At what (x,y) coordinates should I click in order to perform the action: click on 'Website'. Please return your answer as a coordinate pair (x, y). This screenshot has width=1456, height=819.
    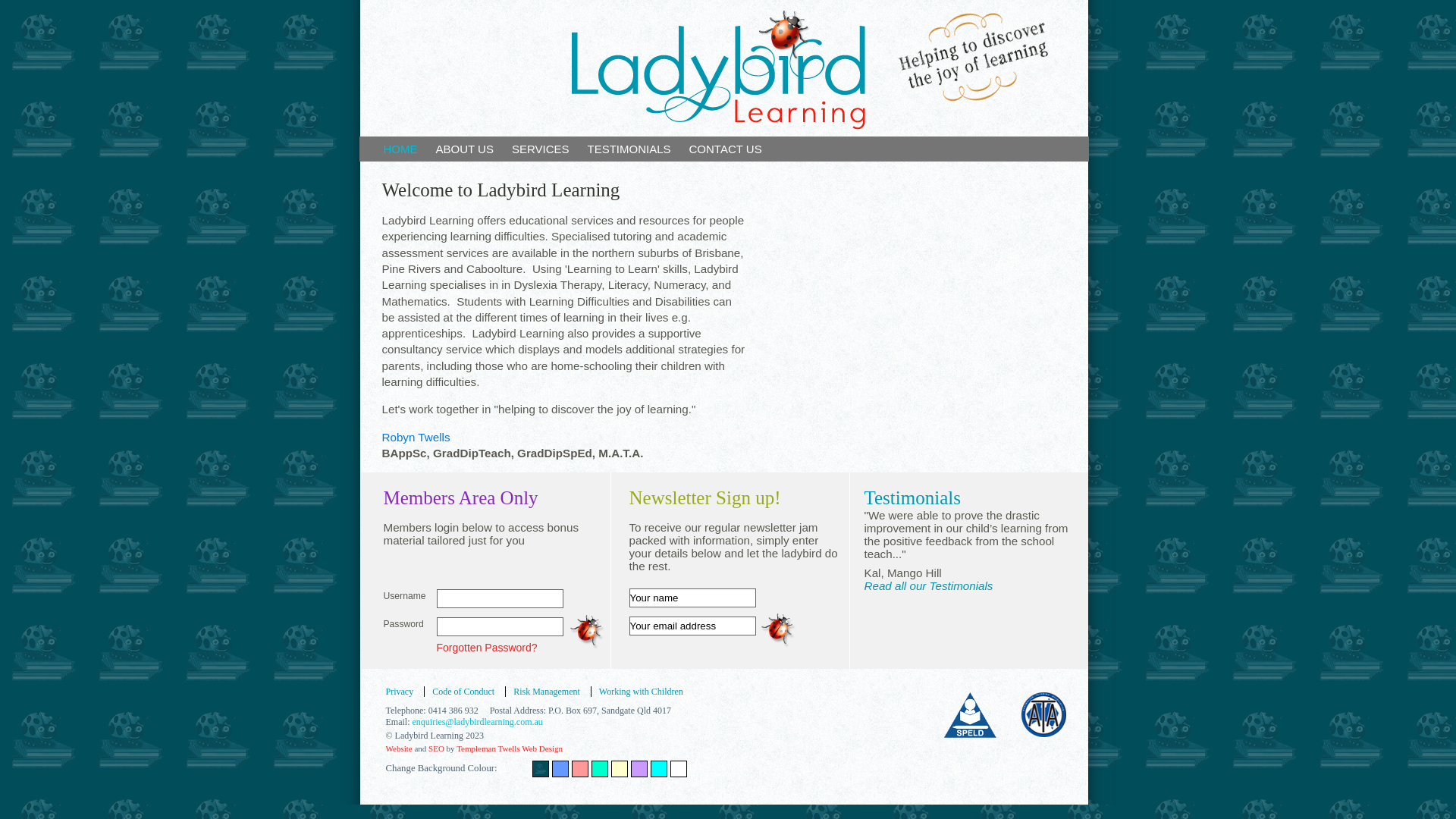
    Looking at the image, I should click on (385, 748).